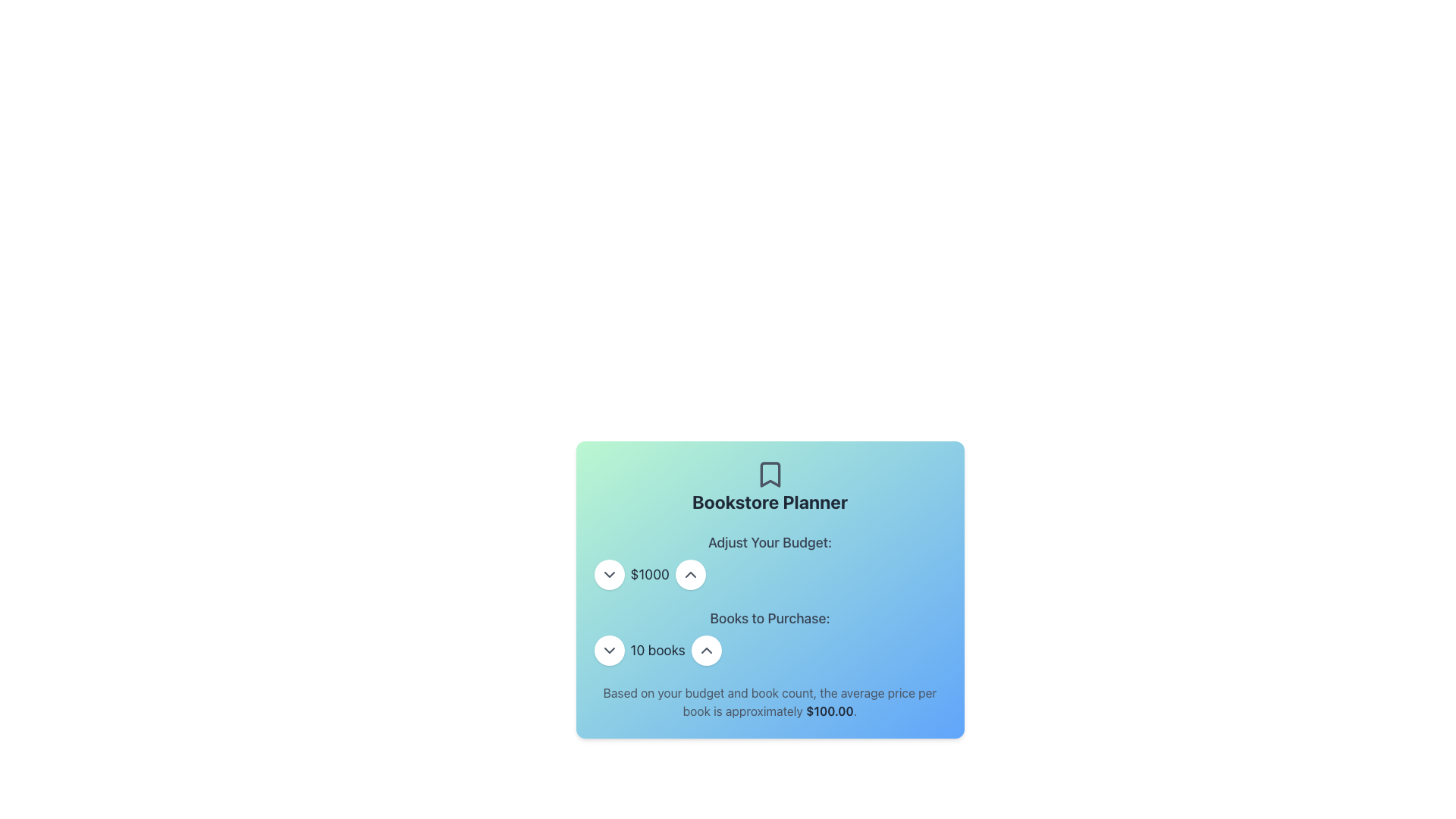 Image resolution: width=1456 pixels, height=819 pixels. I want to click on the upward-pointing increment button located on the right side of the 'Books, so click(705, 649).